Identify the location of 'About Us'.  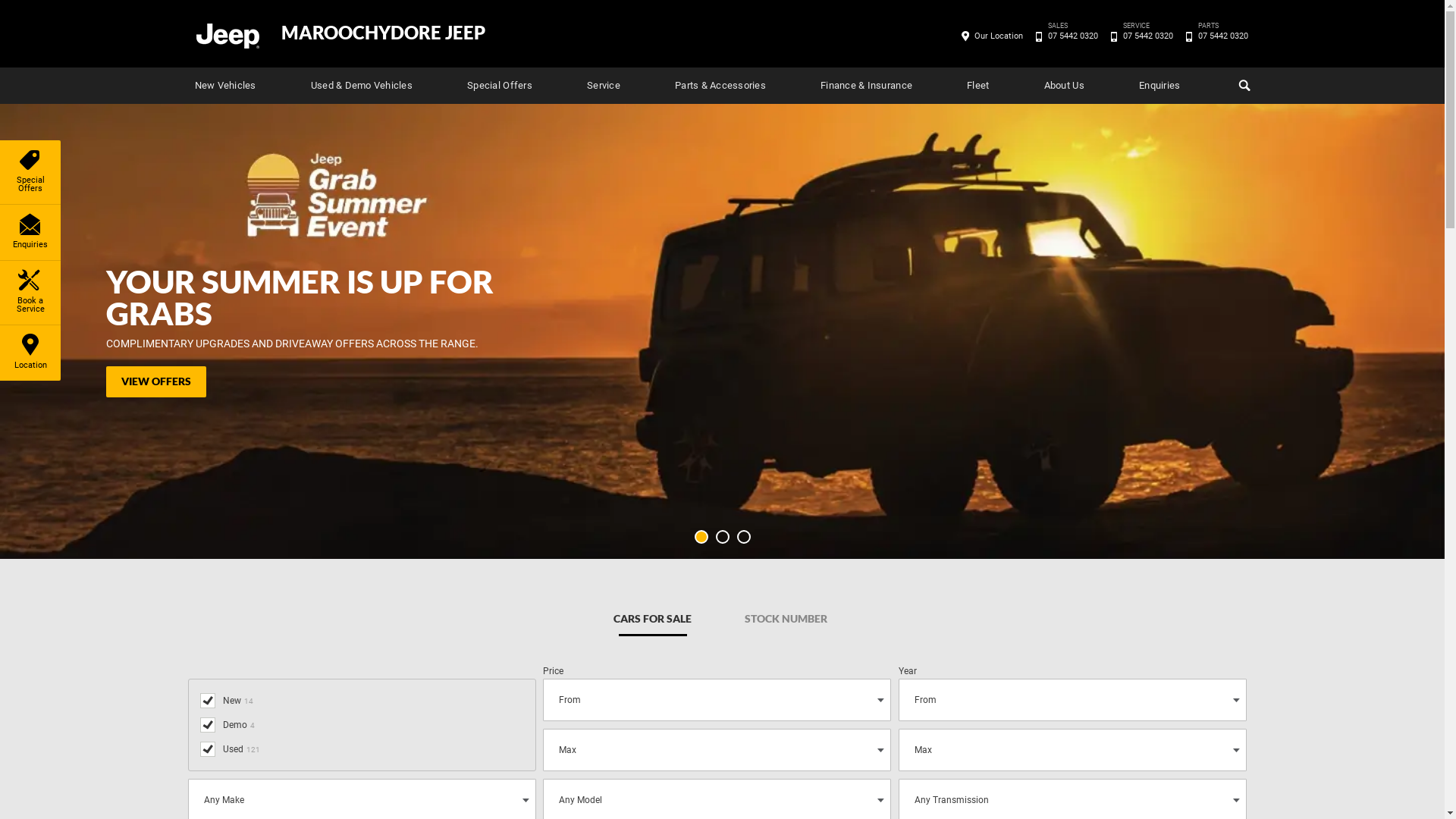
(1063, 85).